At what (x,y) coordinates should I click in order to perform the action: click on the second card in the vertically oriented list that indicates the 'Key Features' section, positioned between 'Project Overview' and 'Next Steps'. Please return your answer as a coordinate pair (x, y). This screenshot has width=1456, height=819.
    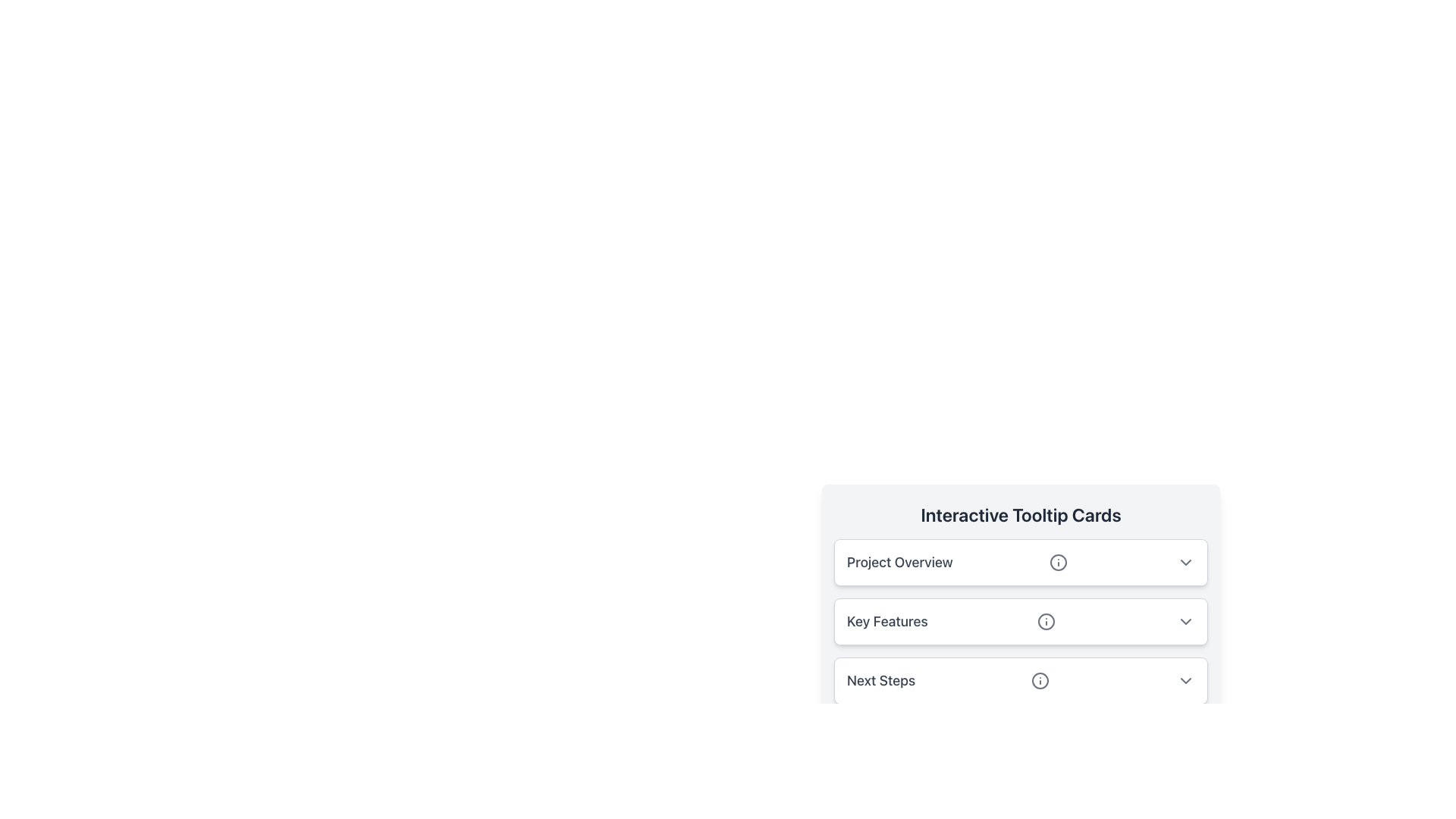
    Looking at the image, I should click on (1021, 622).